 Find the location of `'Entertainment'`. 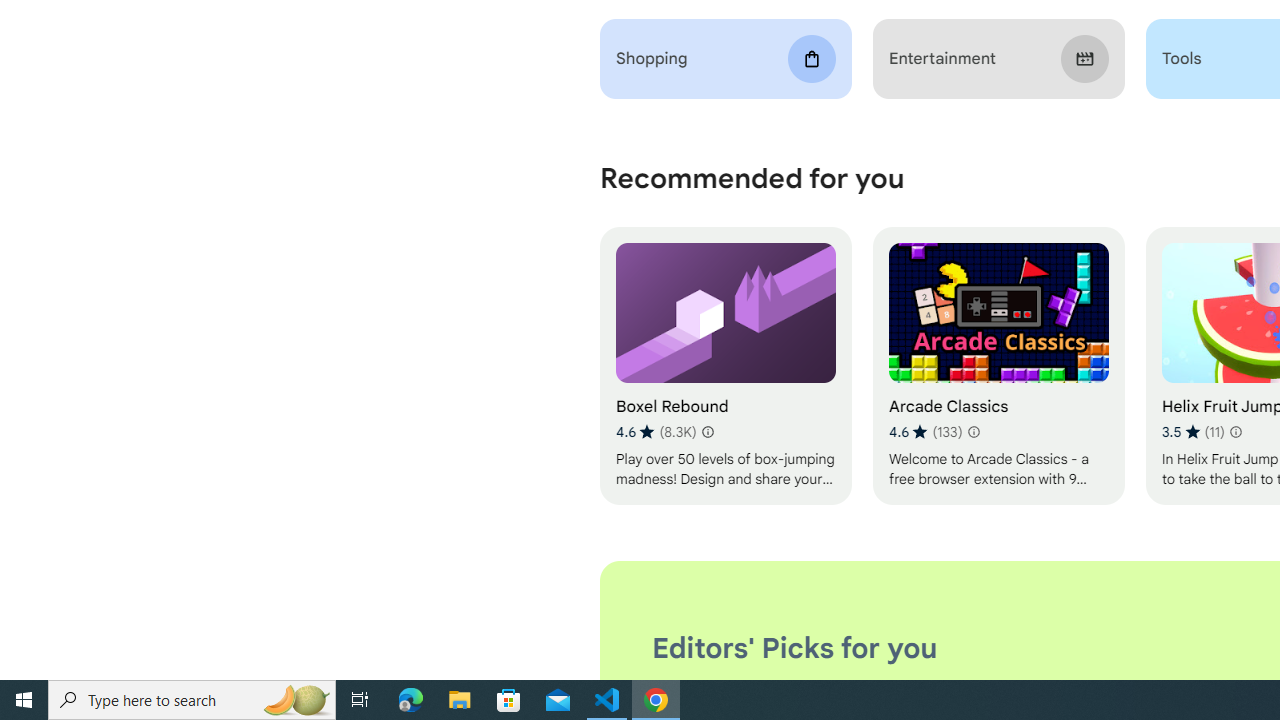

'Entertainment' is located at coordinates (998, 58).